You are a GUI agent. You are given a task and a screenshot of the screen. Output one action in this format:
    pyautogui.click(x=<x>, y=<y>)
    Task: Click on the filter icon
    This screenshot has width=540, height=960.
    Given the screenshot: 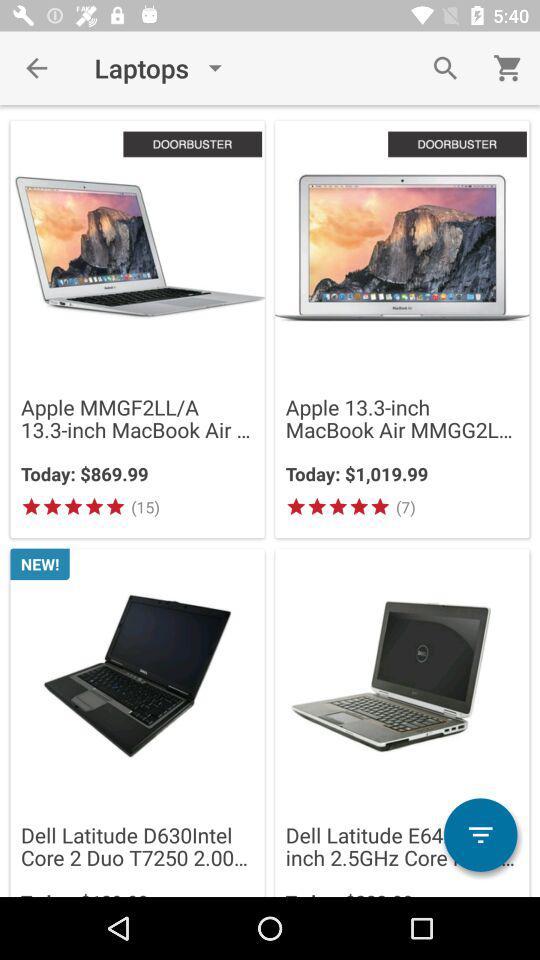 What is the action you would take?
    pyautogui.click(x=479, y=835)
    